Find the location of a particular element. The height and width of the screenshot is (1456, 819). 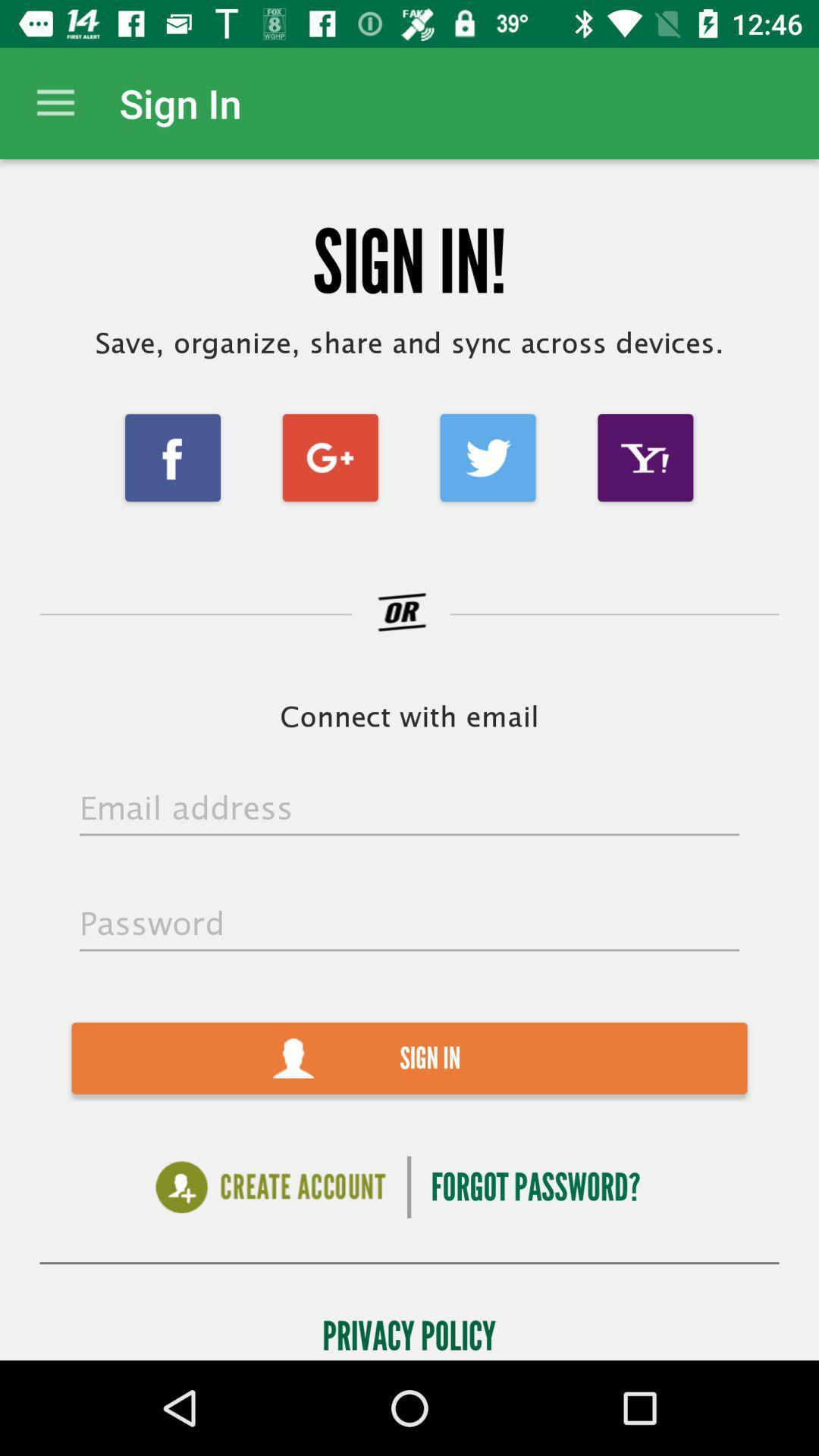

app to the left of sign in icon is located at coordinates (55, 102).